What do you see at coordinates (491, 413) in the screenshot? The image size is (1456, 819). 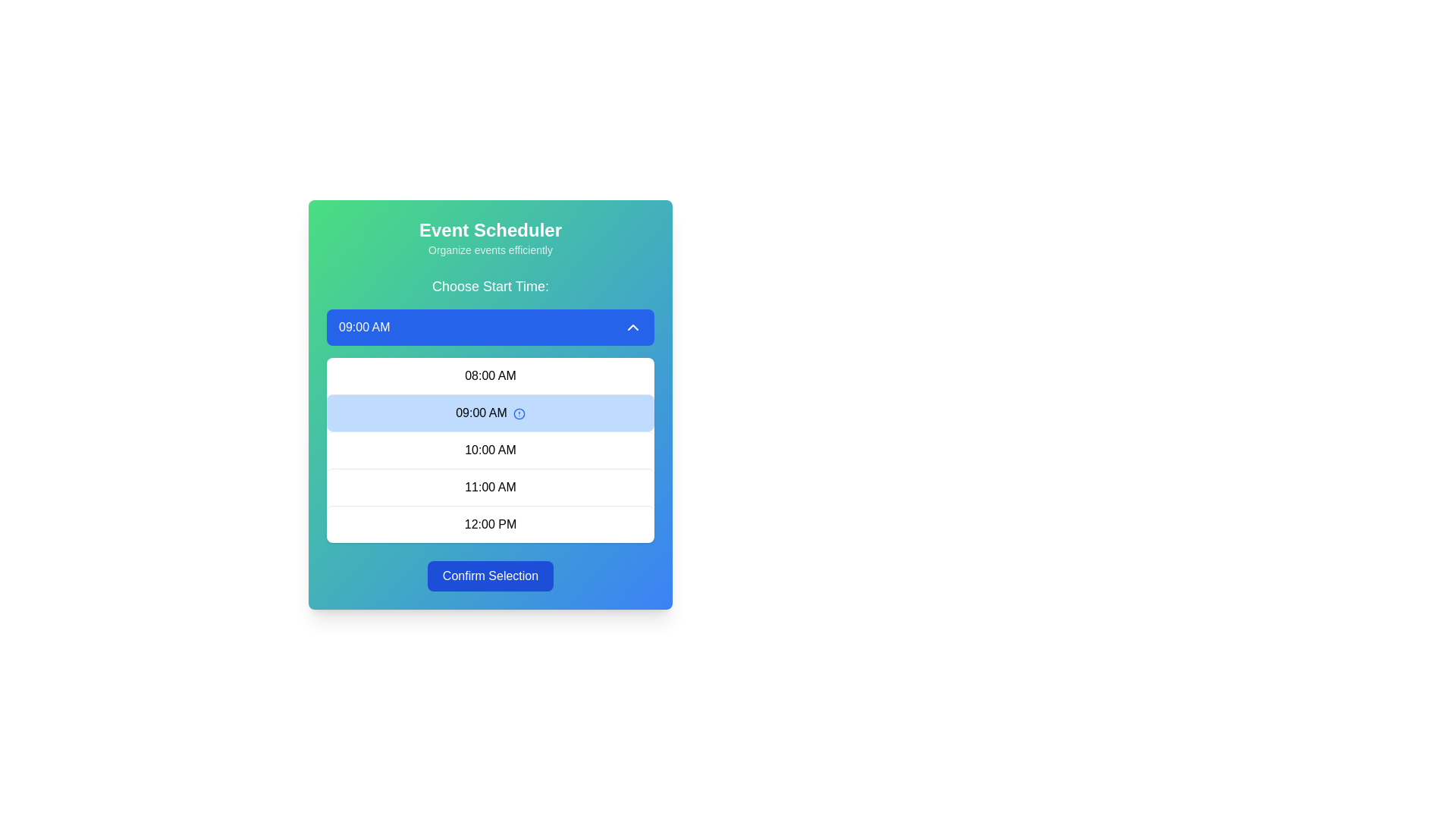 I see `the rectangular button displaying '09:00 AM' with a light blue background` at bounding box center [491, 413].